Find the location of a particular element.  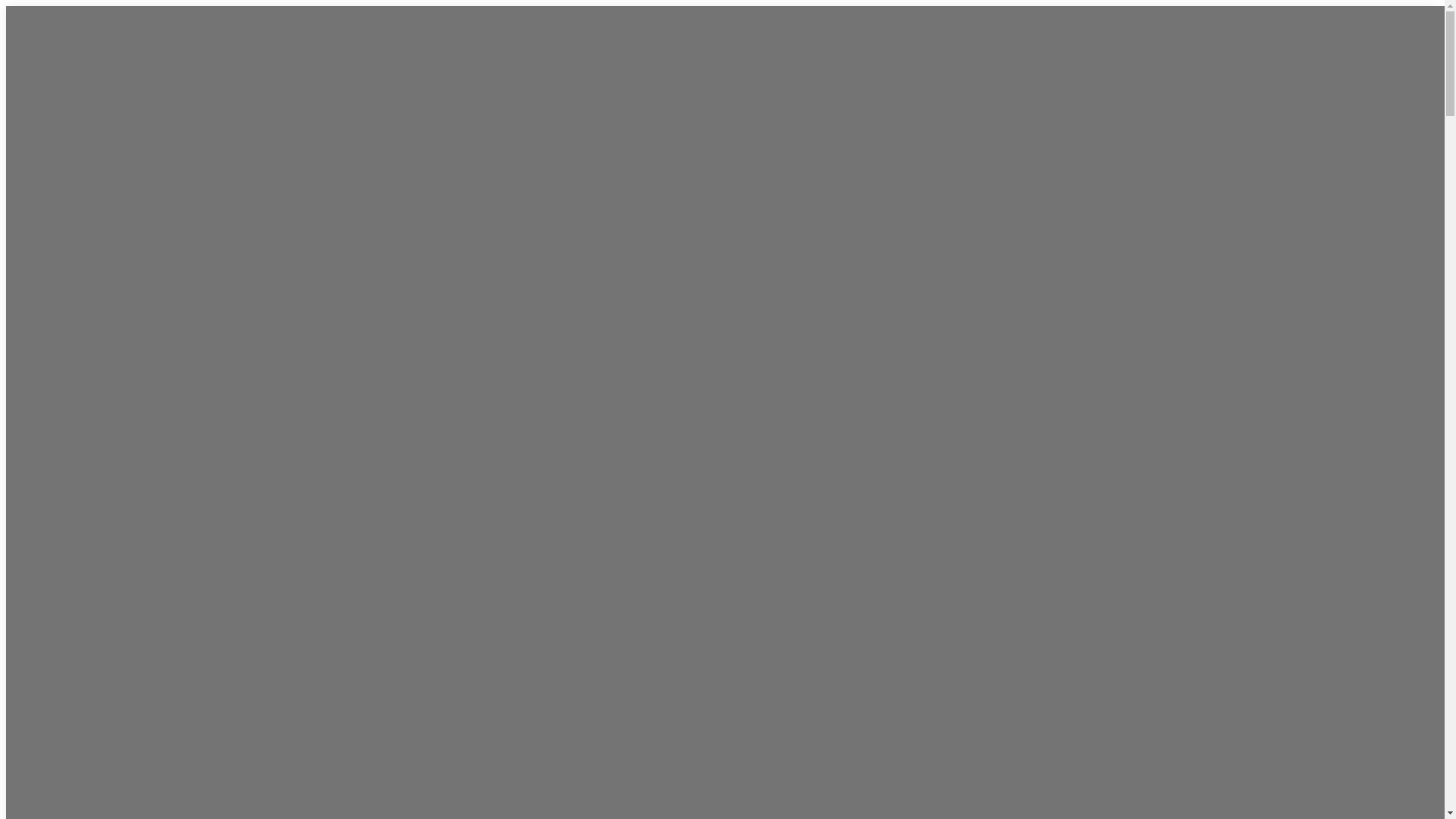

'Gavin Shapiro' is located at coordinates (670, 368).